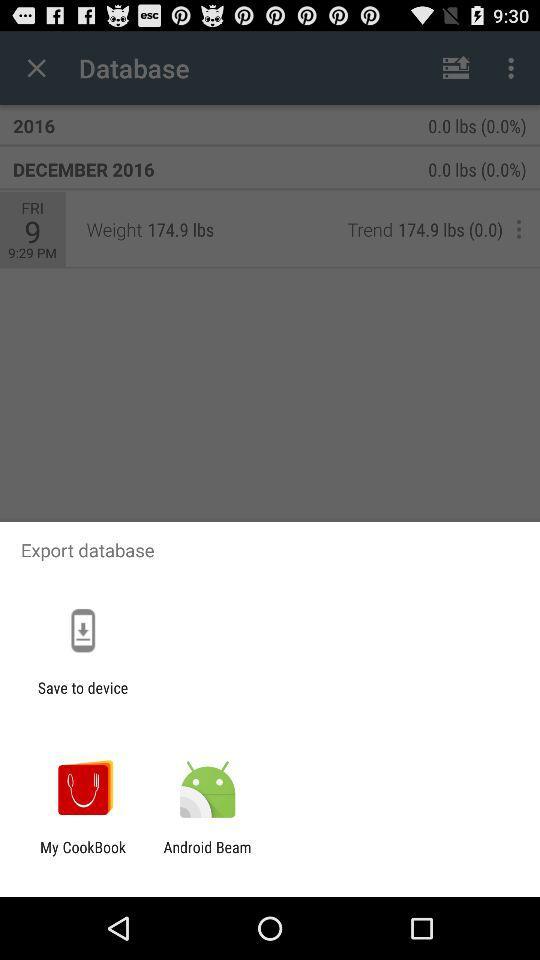  Describe the element at coordinates (82, 855) in the screenshot. I see `my cookbook app` at that location.